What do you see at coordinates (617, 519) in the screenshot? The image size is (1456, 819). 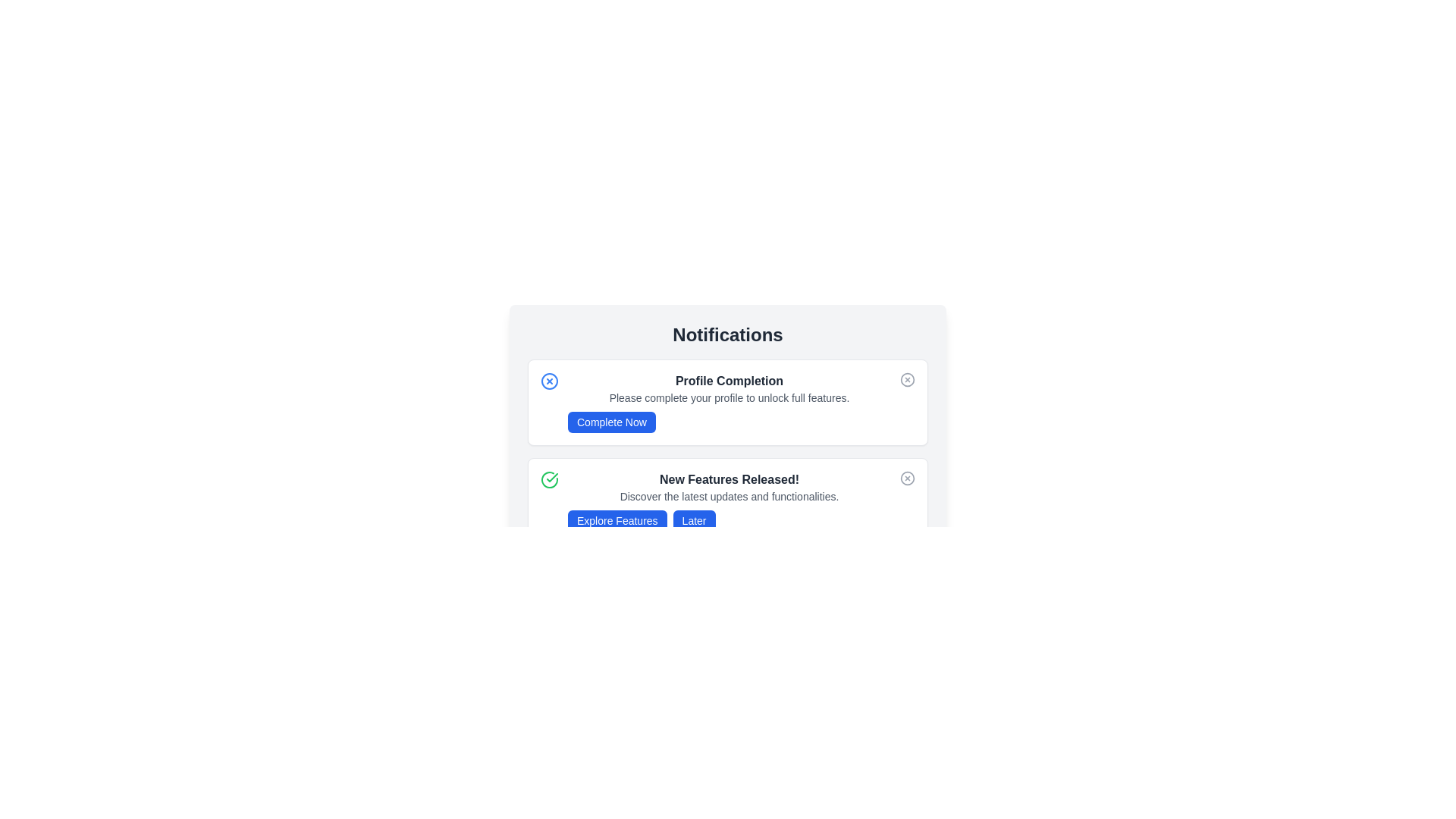 I see `the action button Explore Features within a notification` at bounding box center [617, 519].